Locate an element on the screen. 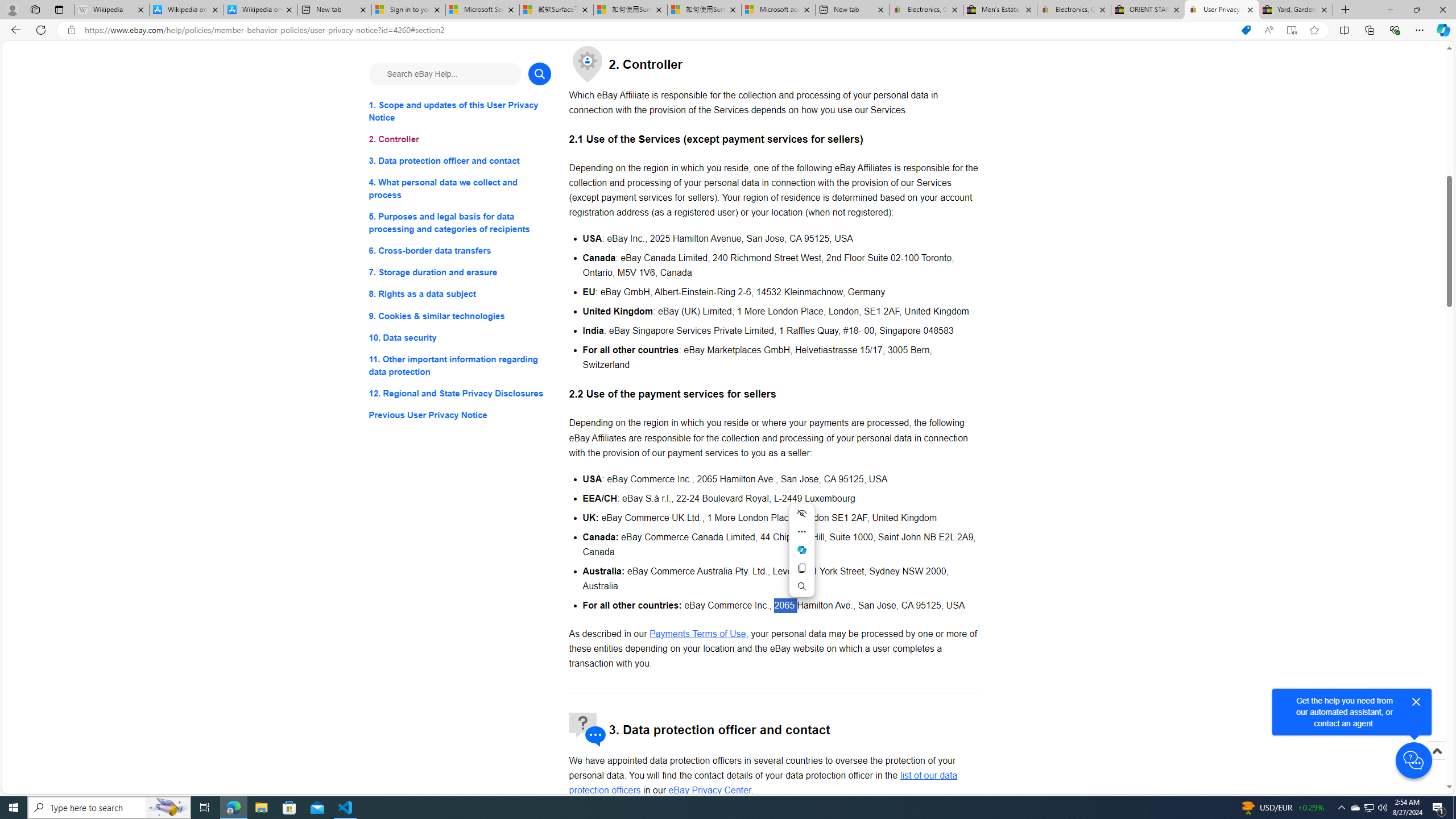 Image resolution: width=1456 pixels, height=819 pixels. 'Mini menu on text selection' is located at coordinates (802, 556).